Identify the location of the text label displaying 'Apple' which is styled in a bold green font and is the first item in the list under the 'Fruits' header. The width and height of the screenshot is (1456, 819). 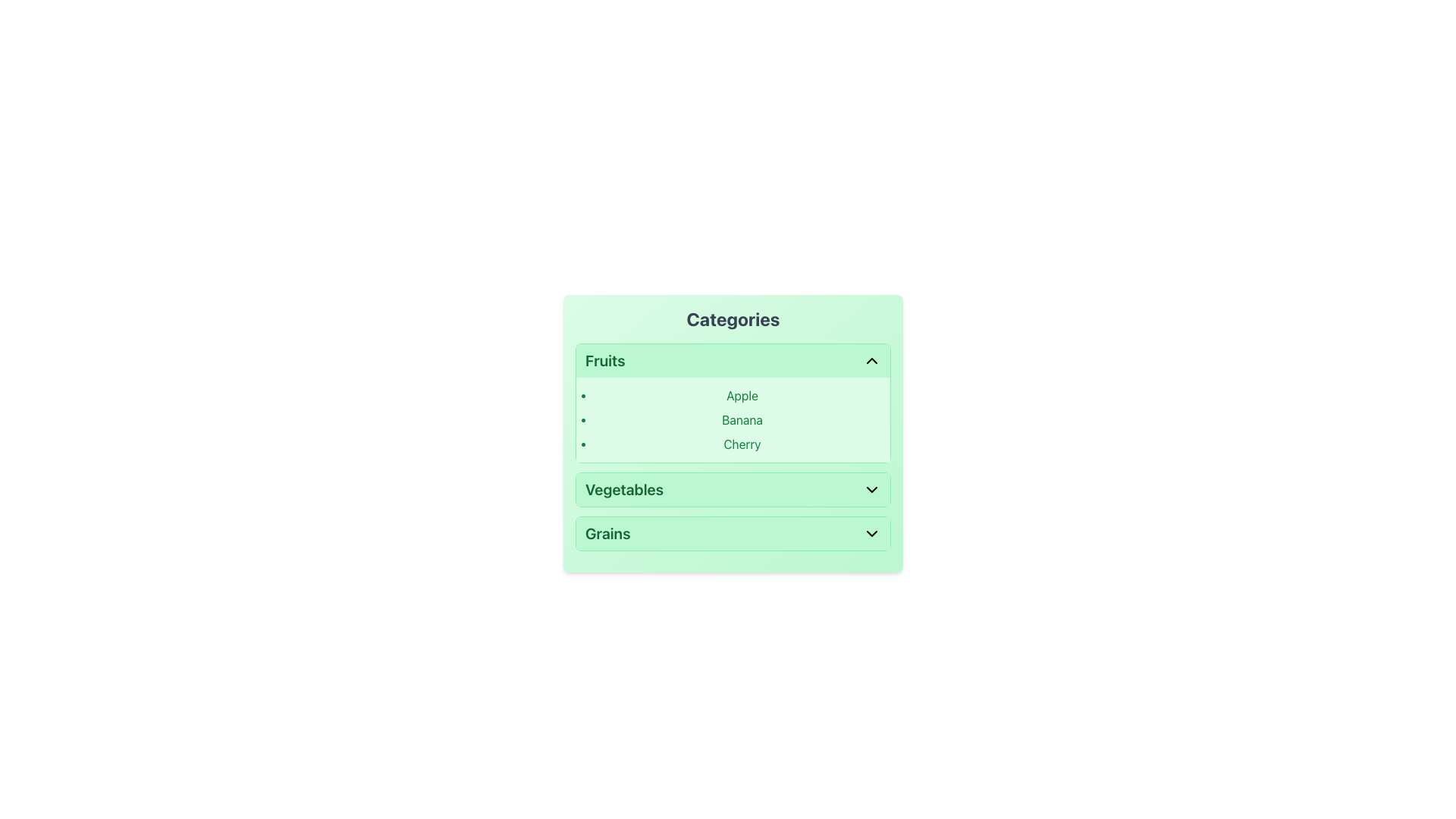
(742, 394).